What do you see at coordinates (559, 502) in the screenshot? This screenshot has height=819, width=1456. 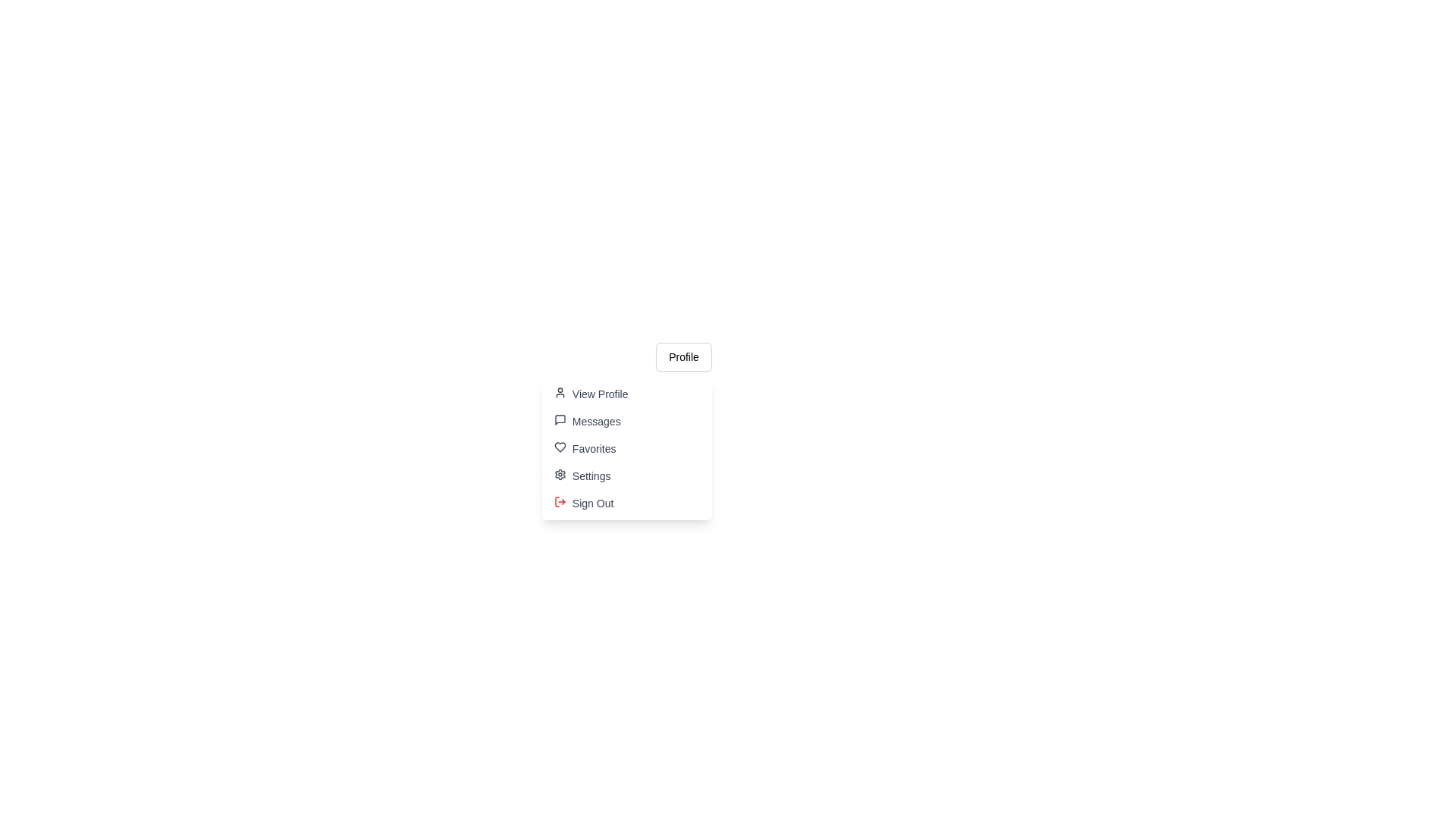 I see `the red logout icon located to the left of the 'Sign Out' text in the dropdown menu` at bounding box center [559, 502].